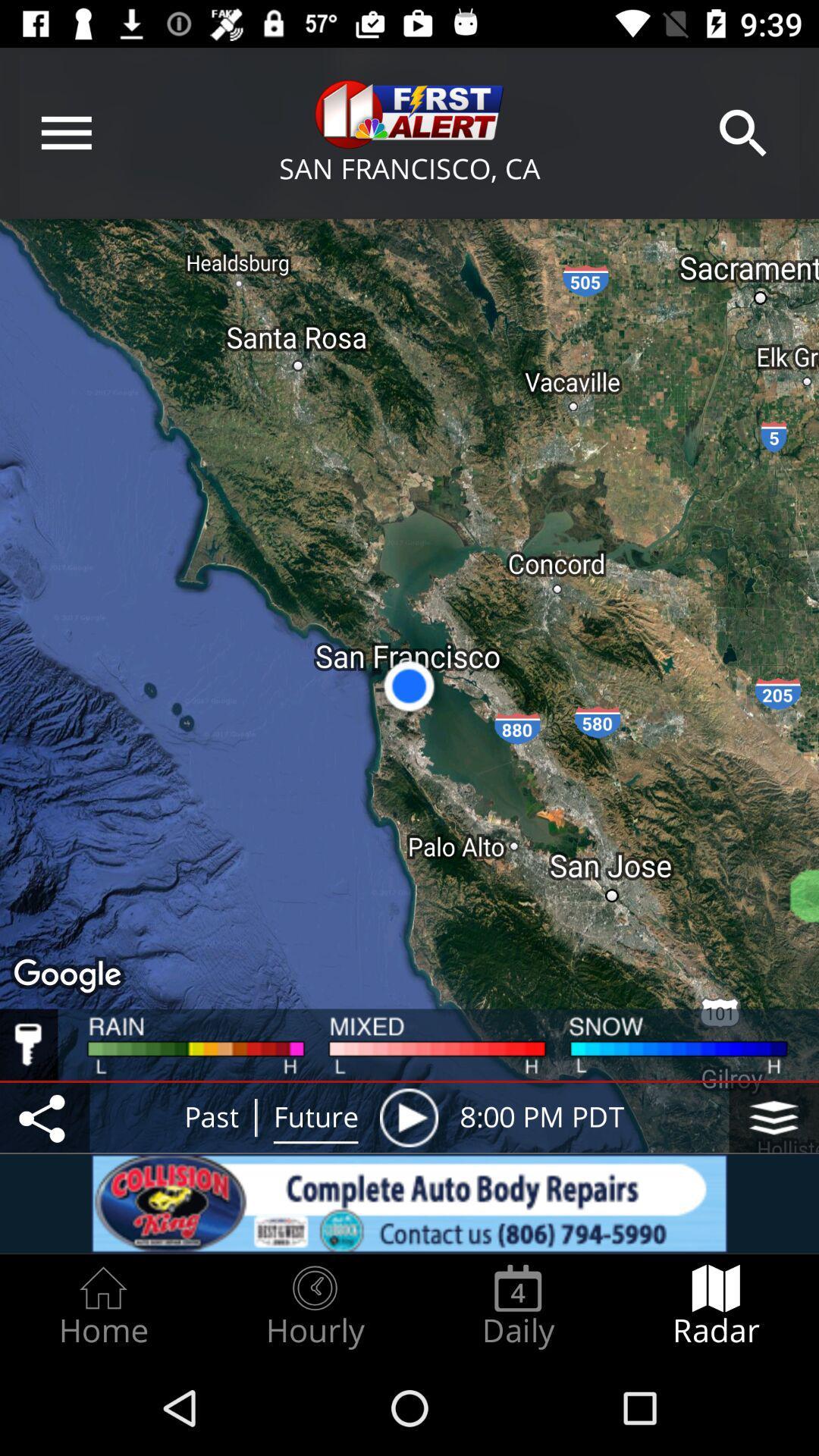  What do you see at coordinates (44, 1118) in the screenshot?
I see `the share icon` at bounding box center [44, 1118].